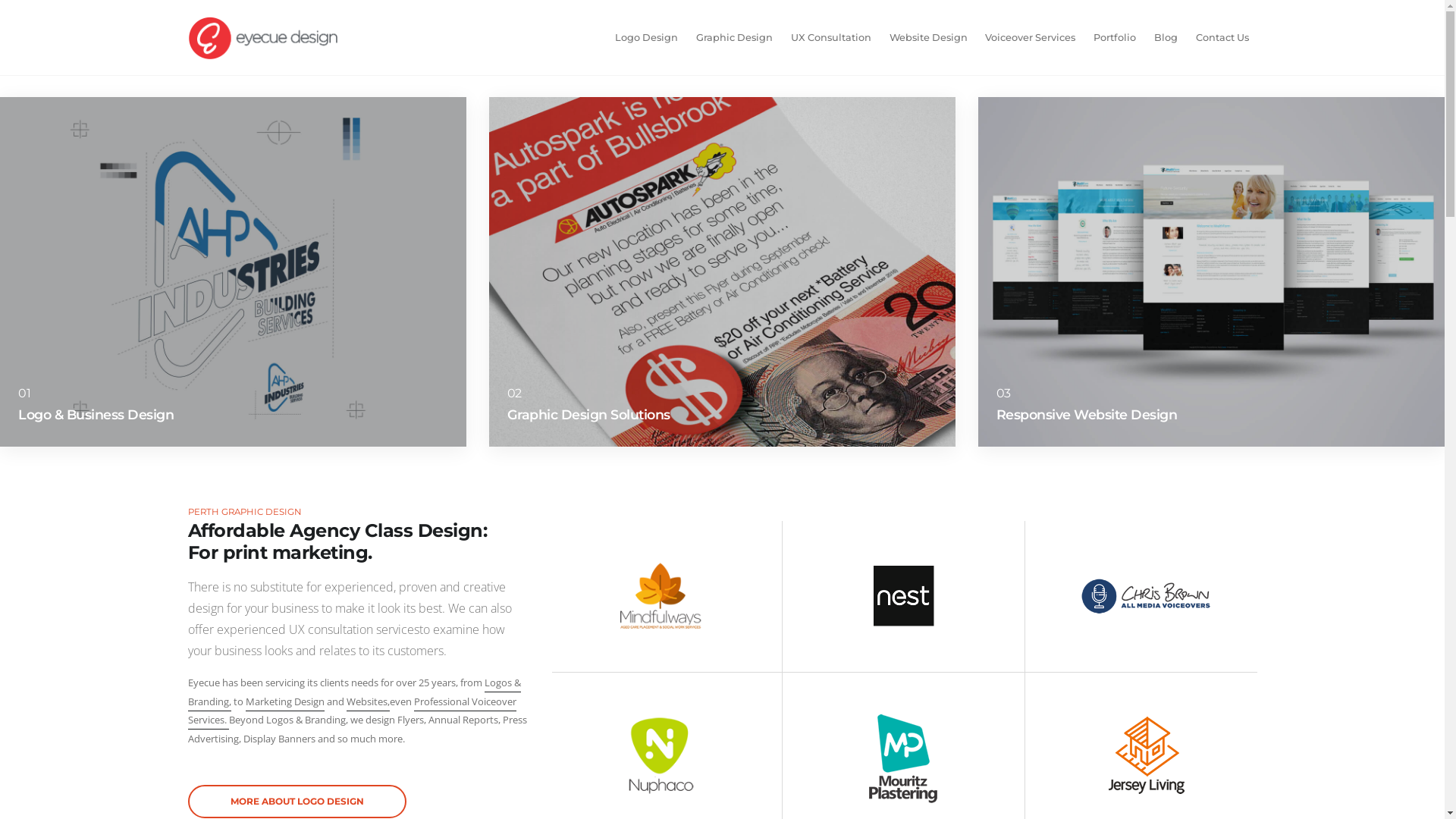 This screenshot has width=1456, height=819. Describe the element at coordinates (353, 693) in the screenshot. I see `'Logos & Branding,'` at that location.